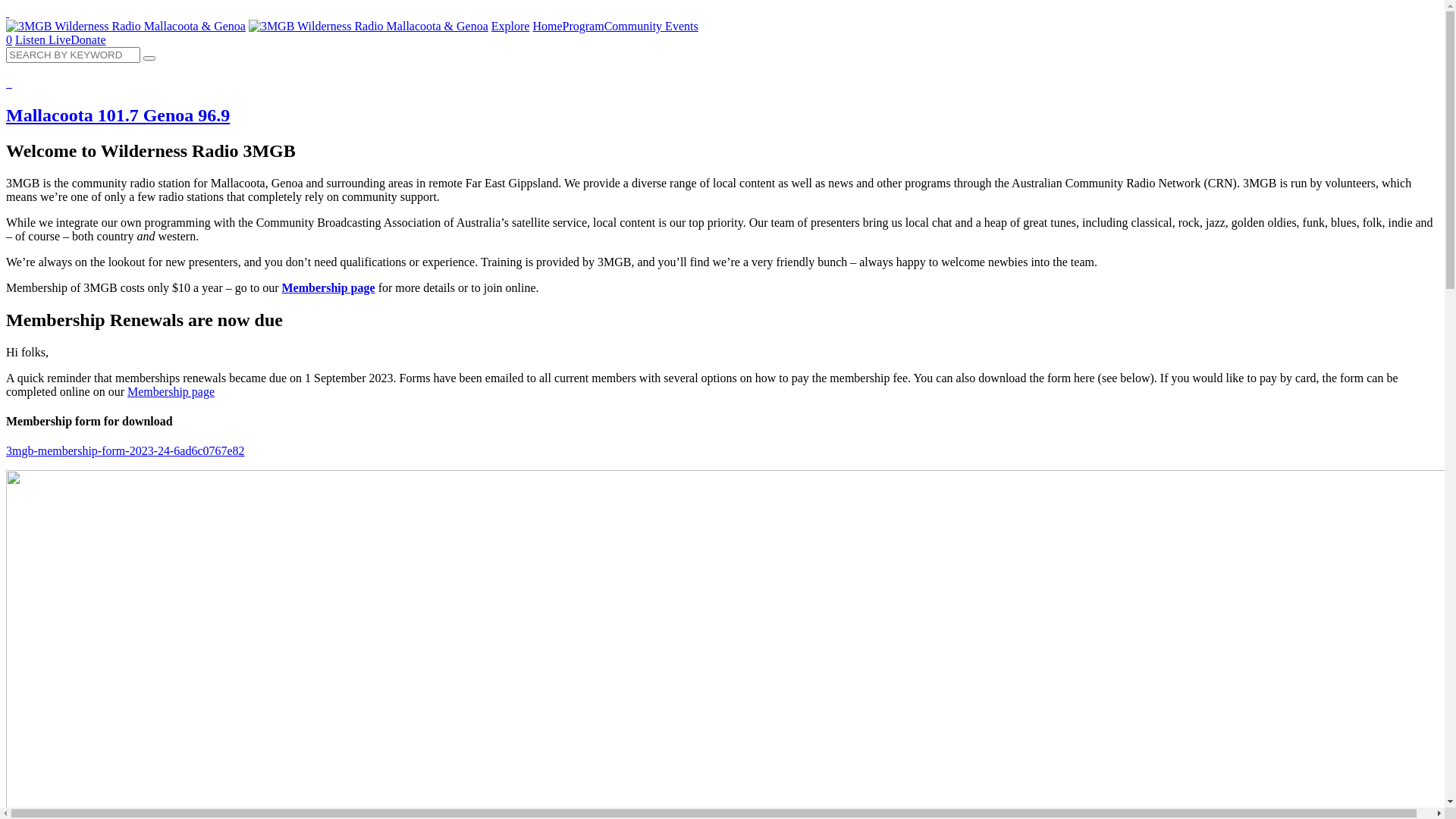 Image resolution: width=1456 pixels, height=819 pixels. What do you see at coordinates (651, 26) in the screenshot?
I see `'Community Events'` at bounding box center [651, 26].